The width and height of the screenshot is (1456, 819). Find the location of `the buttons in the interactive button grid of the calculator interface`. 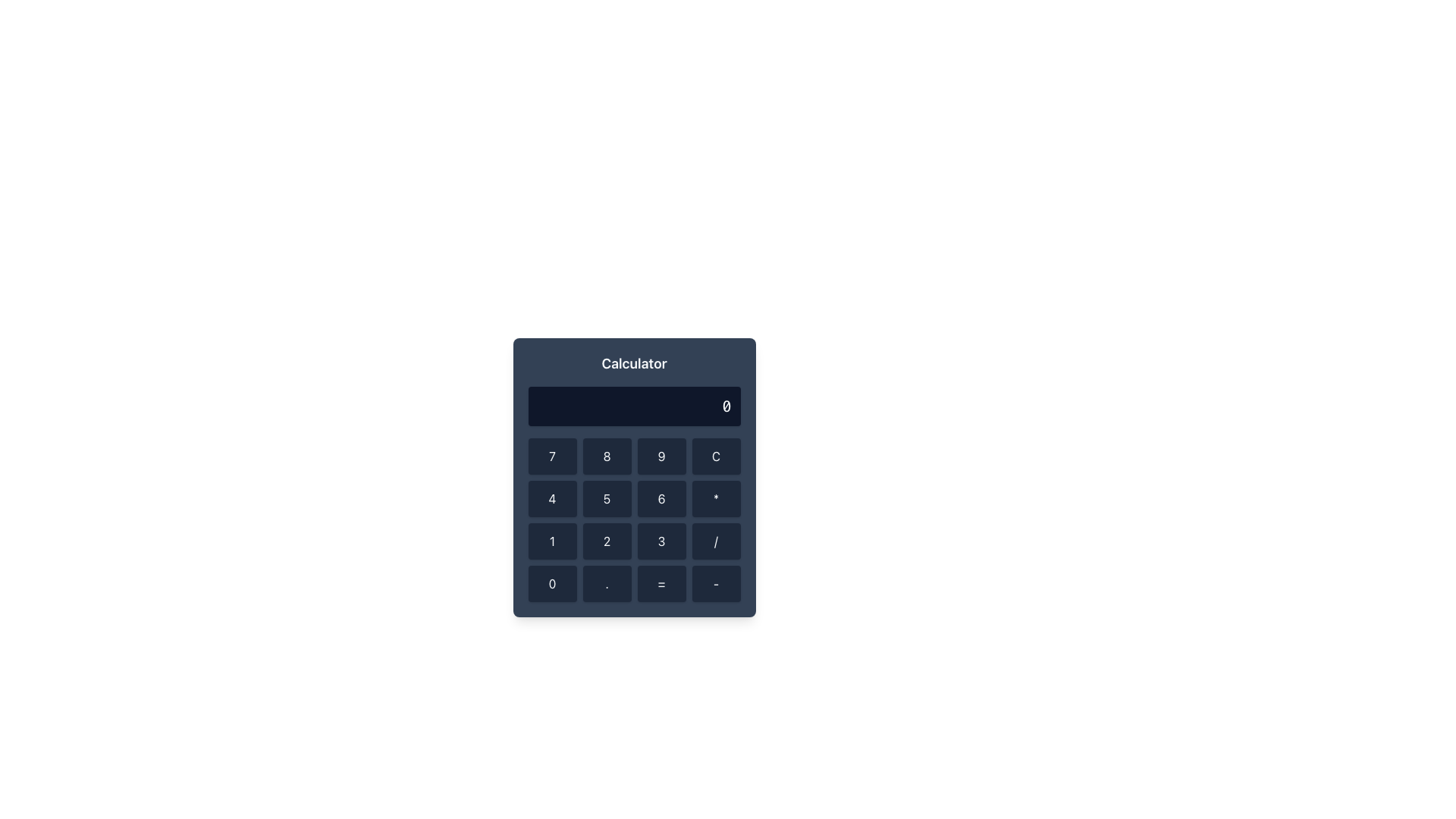

the buttons in the interactive button grid of the calculator interface is located at coordinates (634, 519).